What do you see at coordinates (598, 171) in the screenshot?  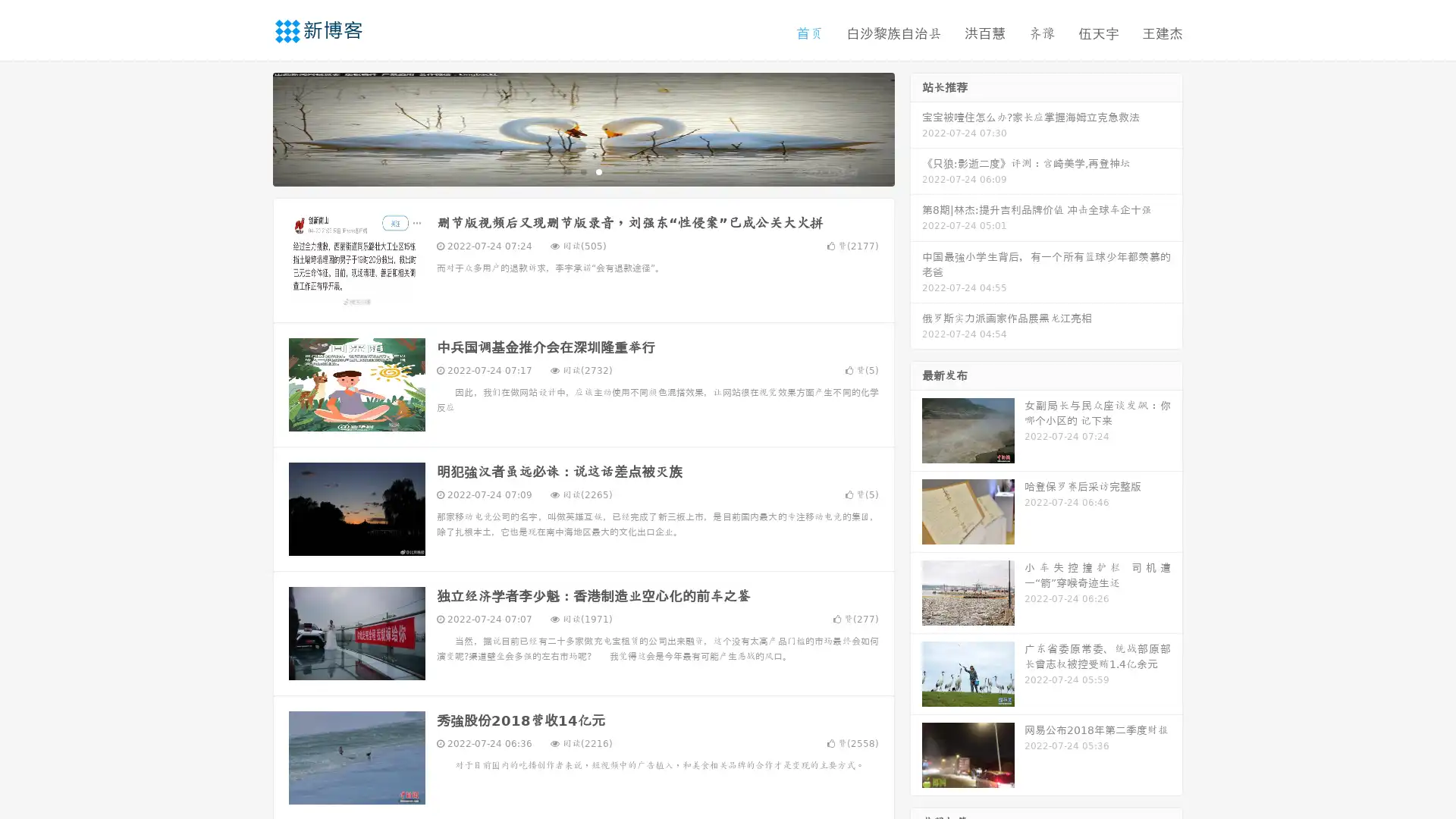 I see `Go to slide 3` at bounding box center [598, 171].